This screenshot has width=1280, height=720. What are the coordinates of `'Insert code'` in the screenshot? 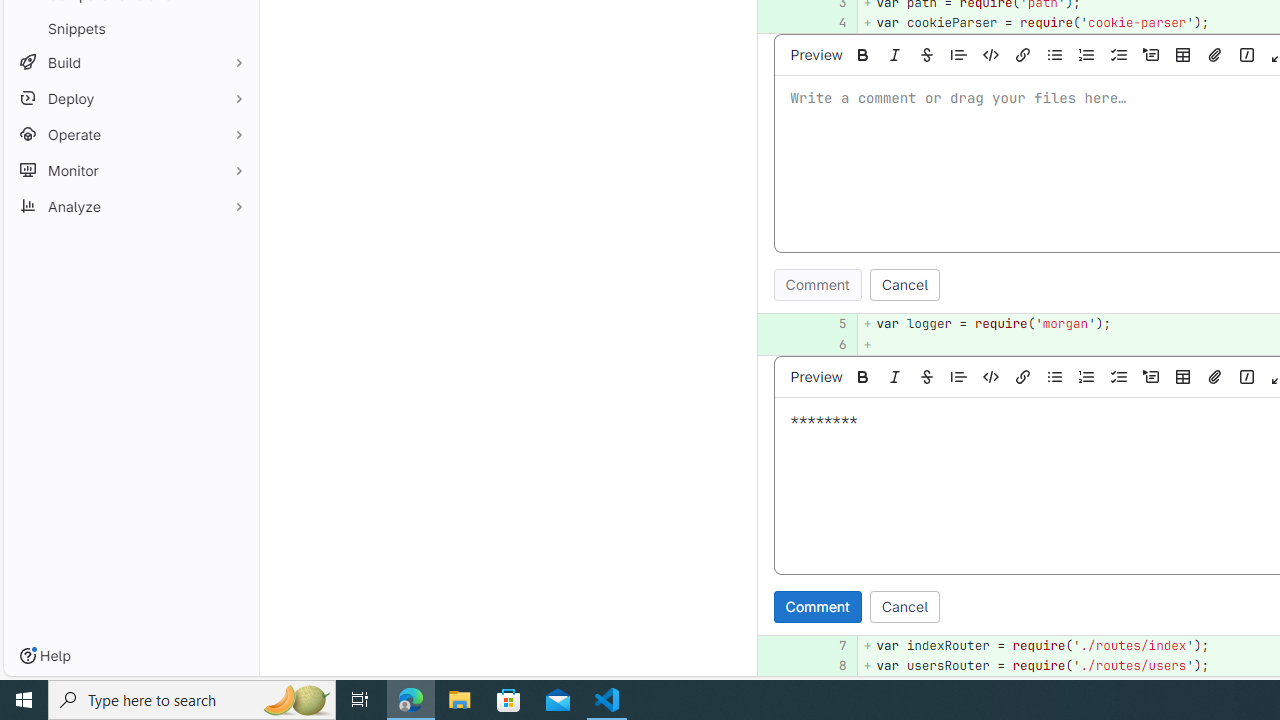 It's located at (991, 376).